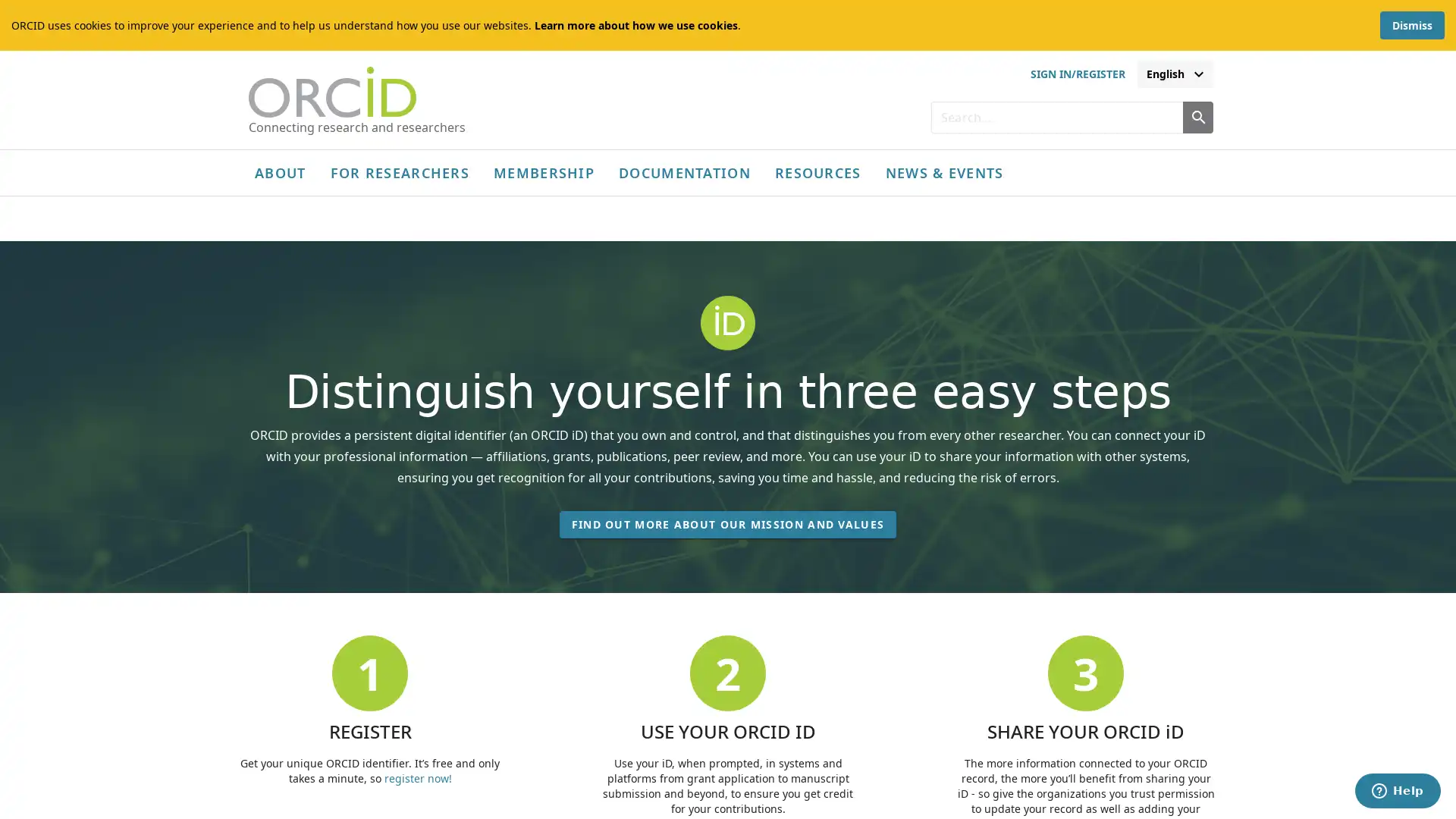  Describe the element at coordinates (400, 171) in the screenshot. I see `FOR RESEARCHERS` at that location.